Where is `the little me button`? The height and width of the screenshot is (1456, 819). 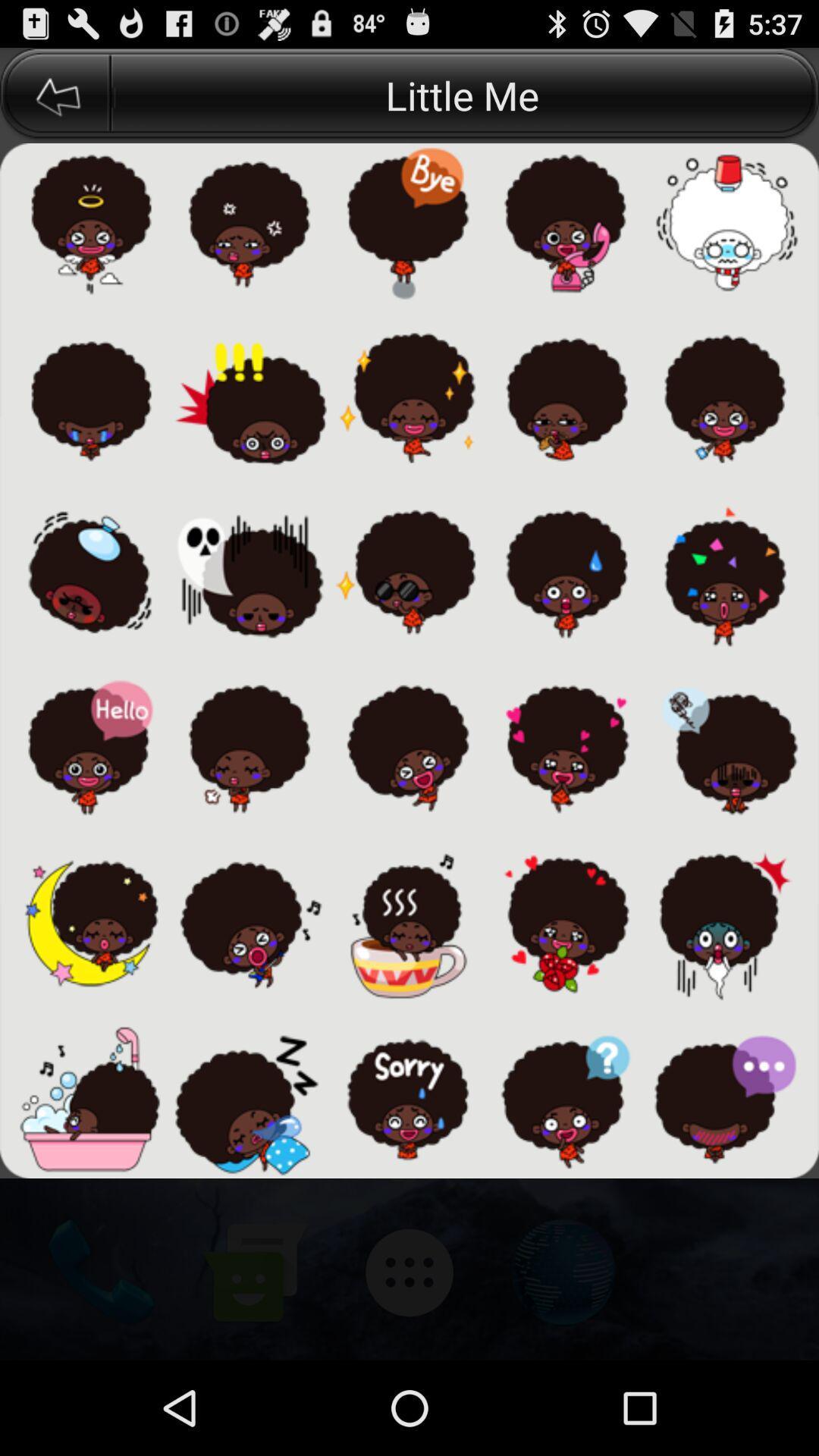
the little me button is located at coordinates (464, 94).